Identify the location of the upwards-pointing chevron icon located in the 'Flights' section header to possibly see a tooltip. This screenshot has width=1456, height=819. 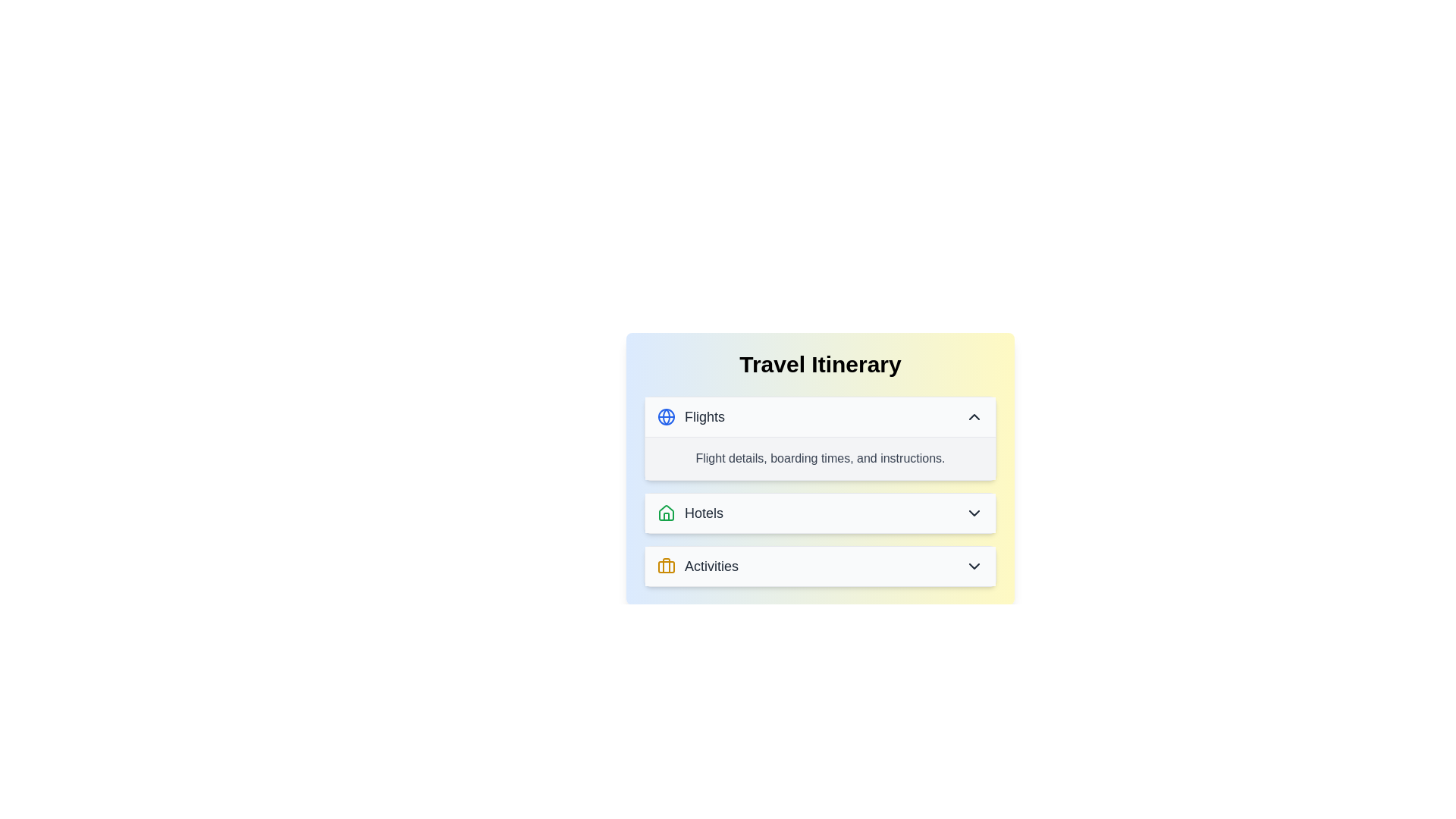
(974, 417).